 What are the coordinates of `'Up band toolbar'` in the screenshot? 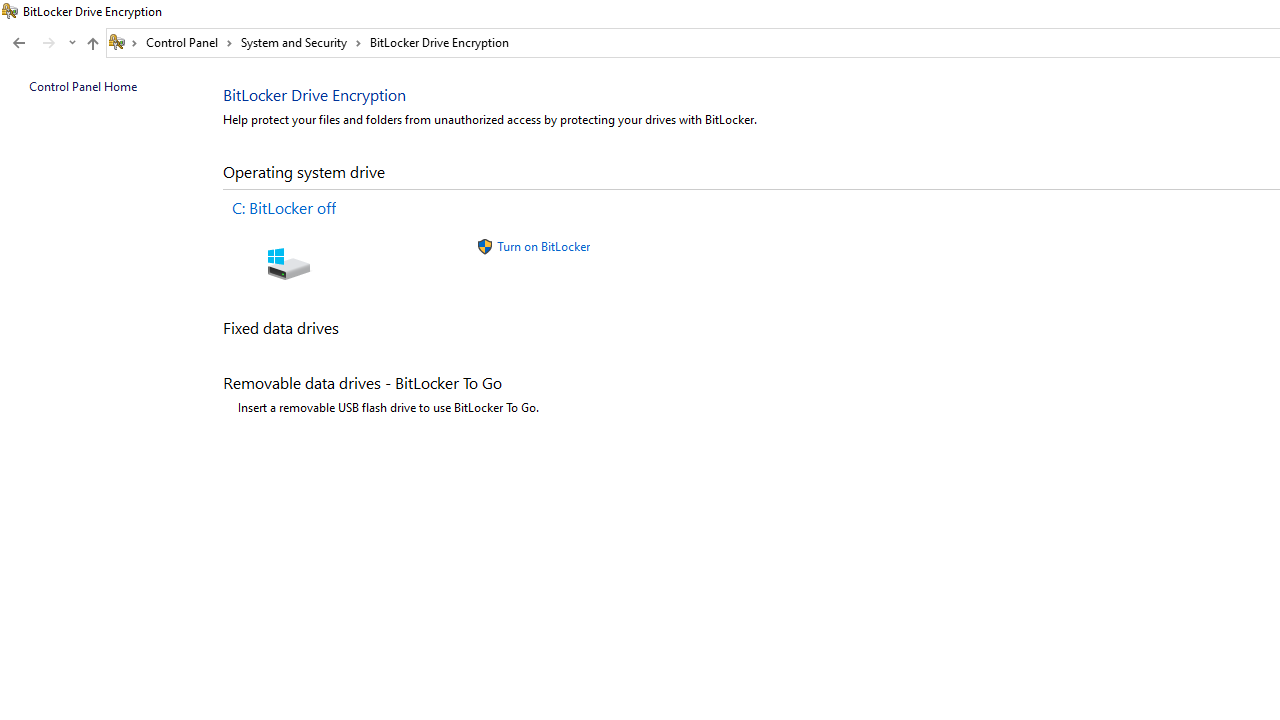 It's located at (91, 45).